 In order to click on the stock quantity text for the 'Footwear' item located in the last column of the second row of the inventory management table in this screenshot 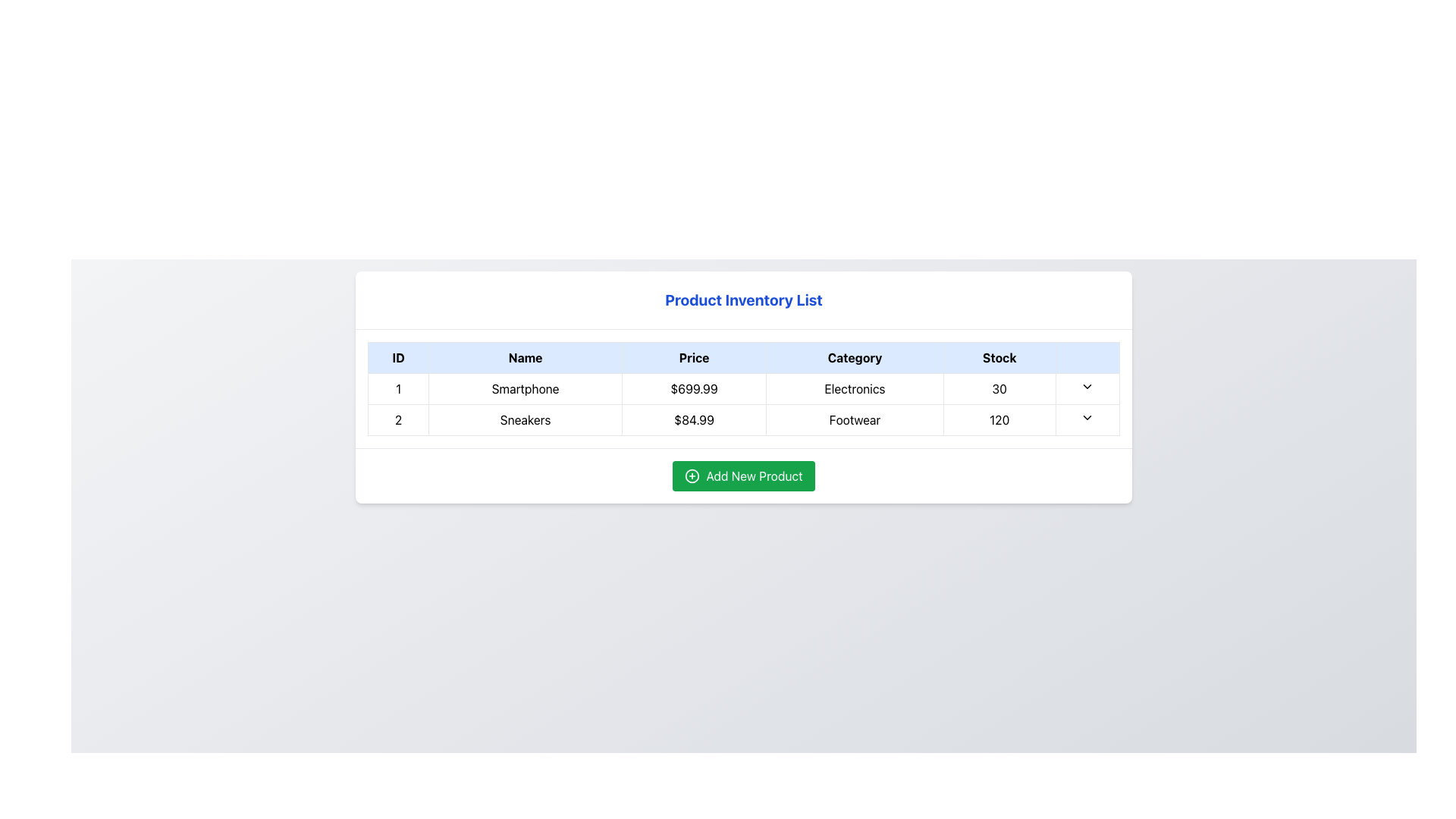, I will do `click(999, 420)`.